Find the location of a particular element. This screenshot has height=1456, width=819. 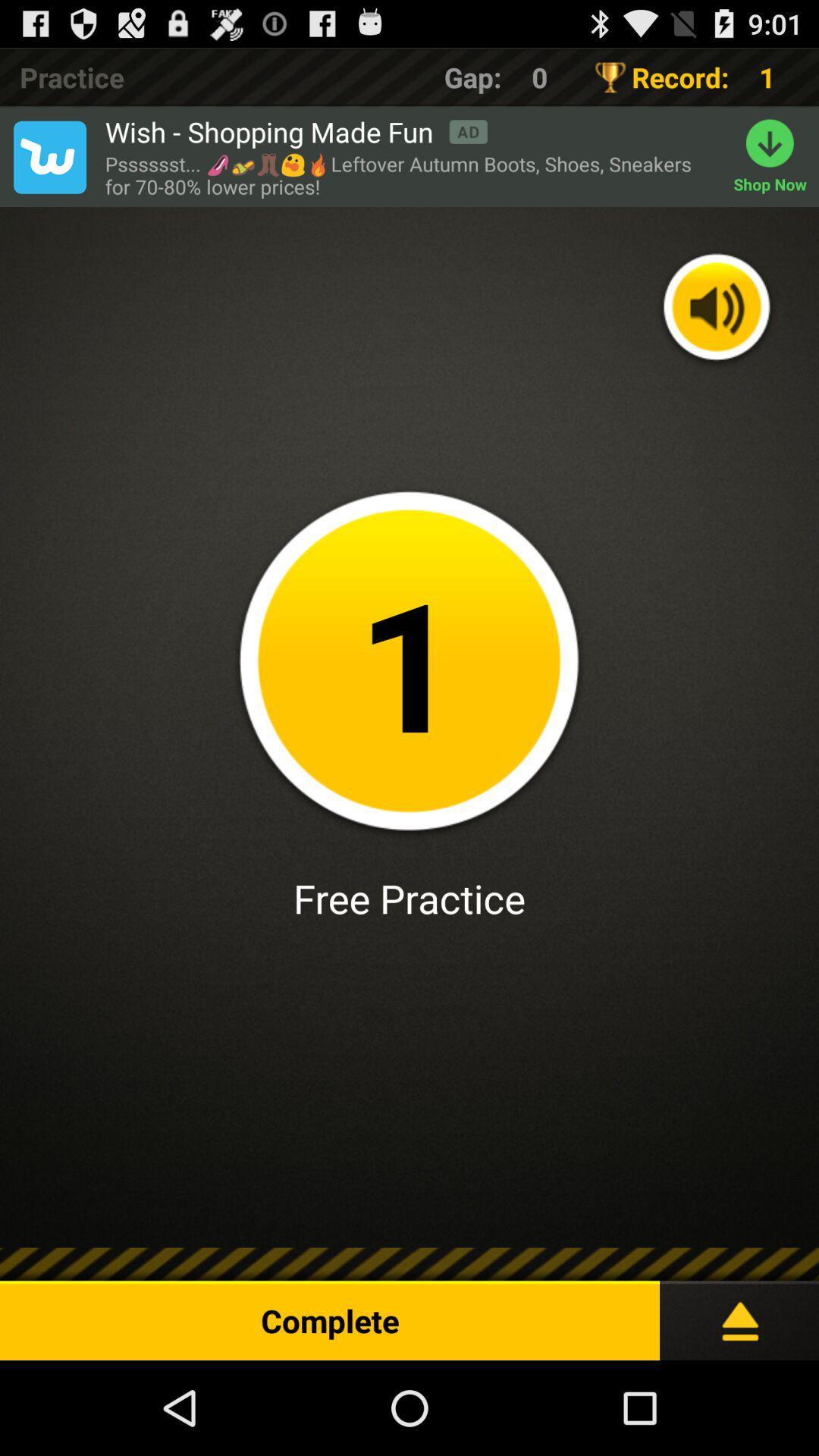

the audio is located at coordinates (717, 308).